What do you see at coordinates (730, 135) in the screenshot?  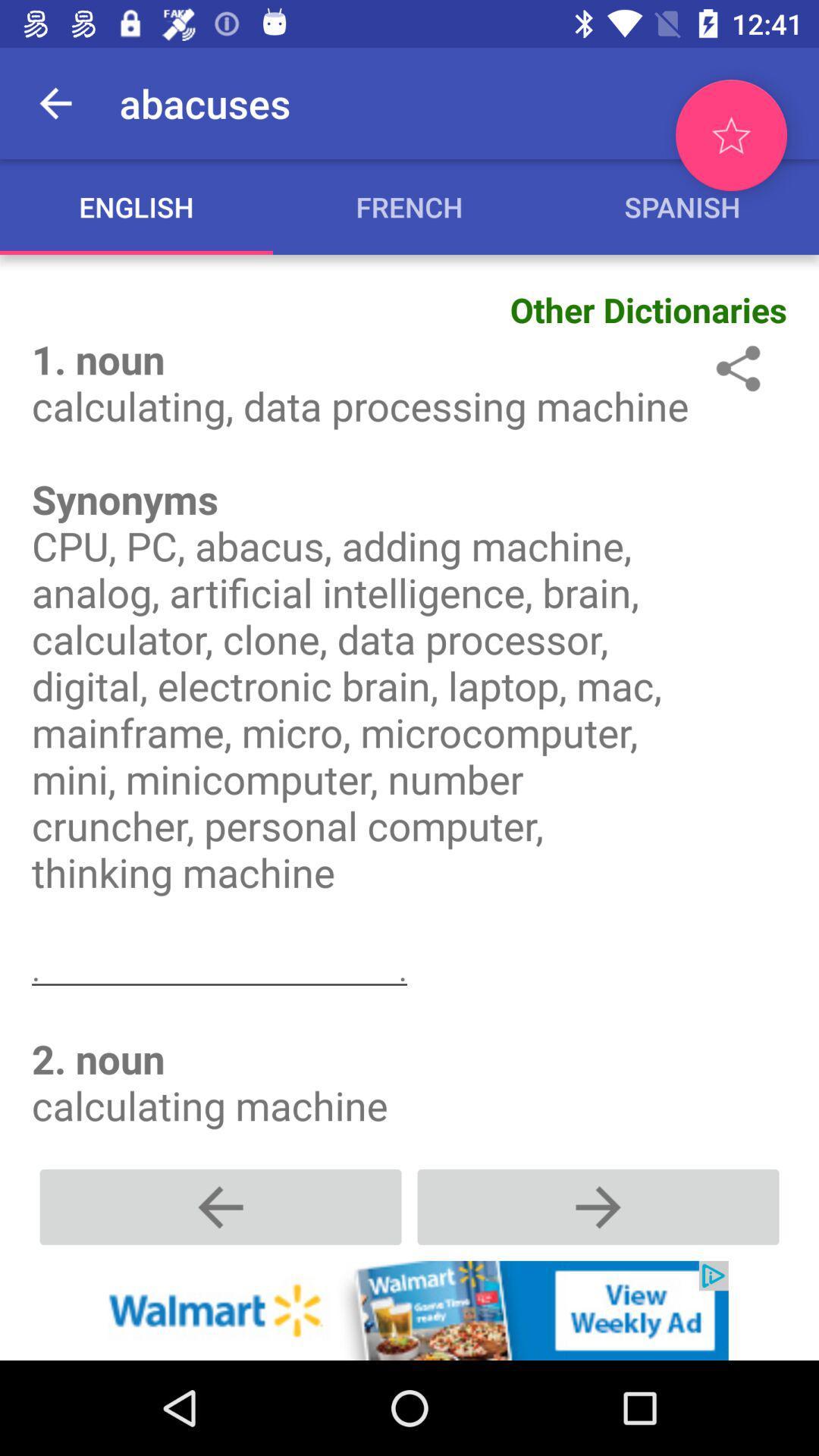 I see `favorites option` at bounding box center [730, 135].